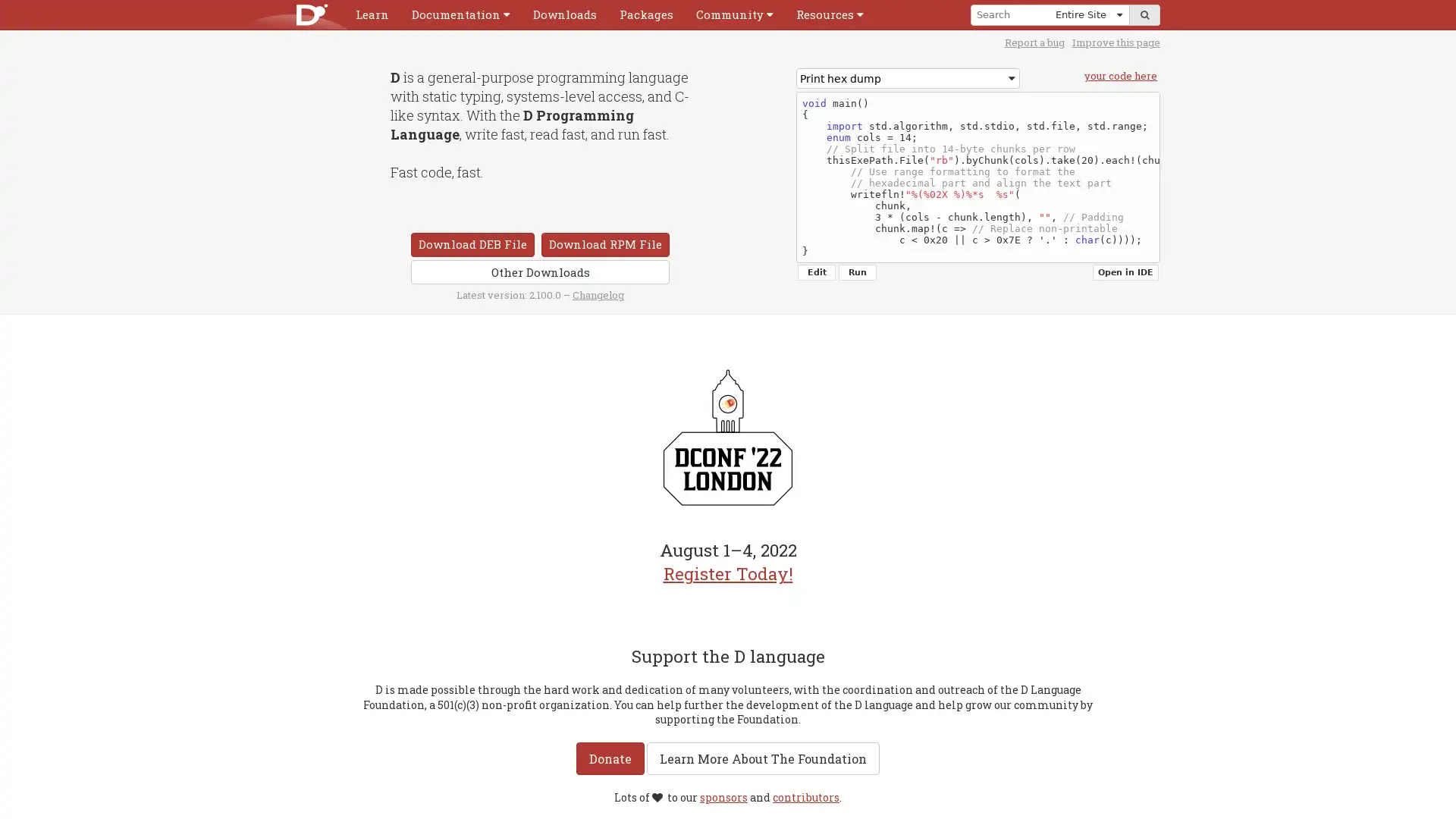  Describe the element at coordinates (815, 271) in the screenshot. I see `Edit` at that location.